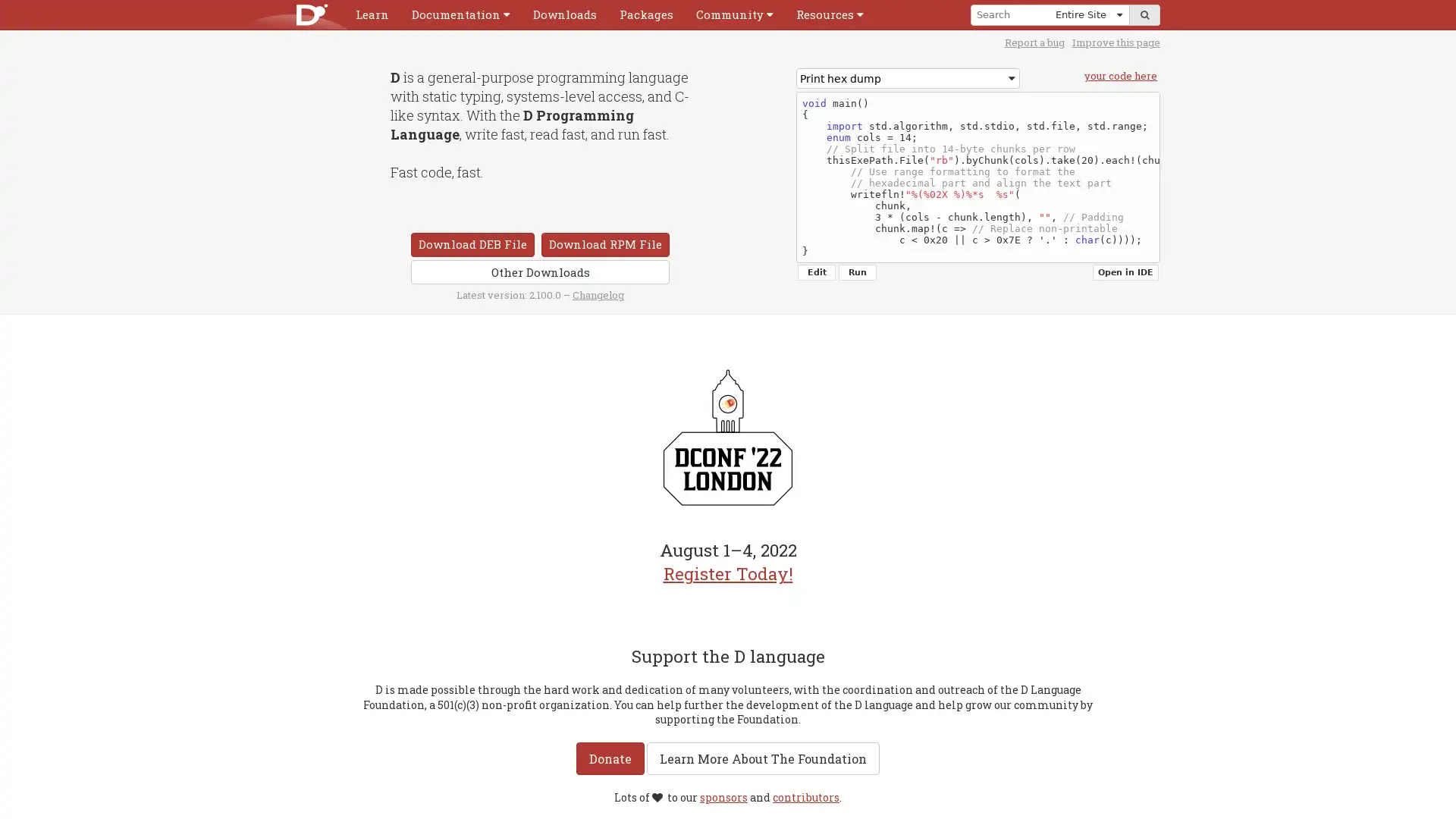  Describe the element at coordinates (815, 271) in the screenshot. I see `Edit` at that location.